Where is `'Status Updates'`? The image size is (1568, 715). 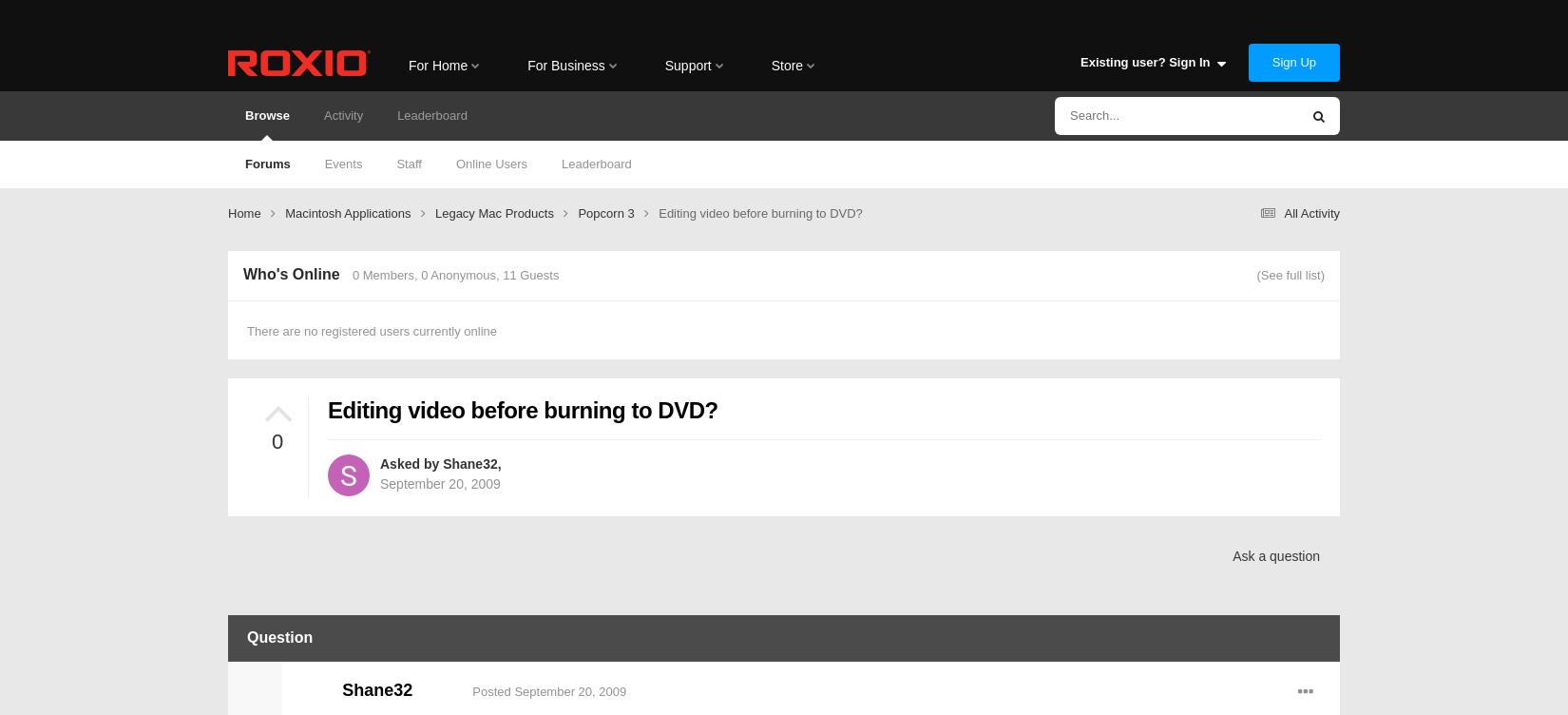
'Status Updates' is located at coordinates (1193, 254).